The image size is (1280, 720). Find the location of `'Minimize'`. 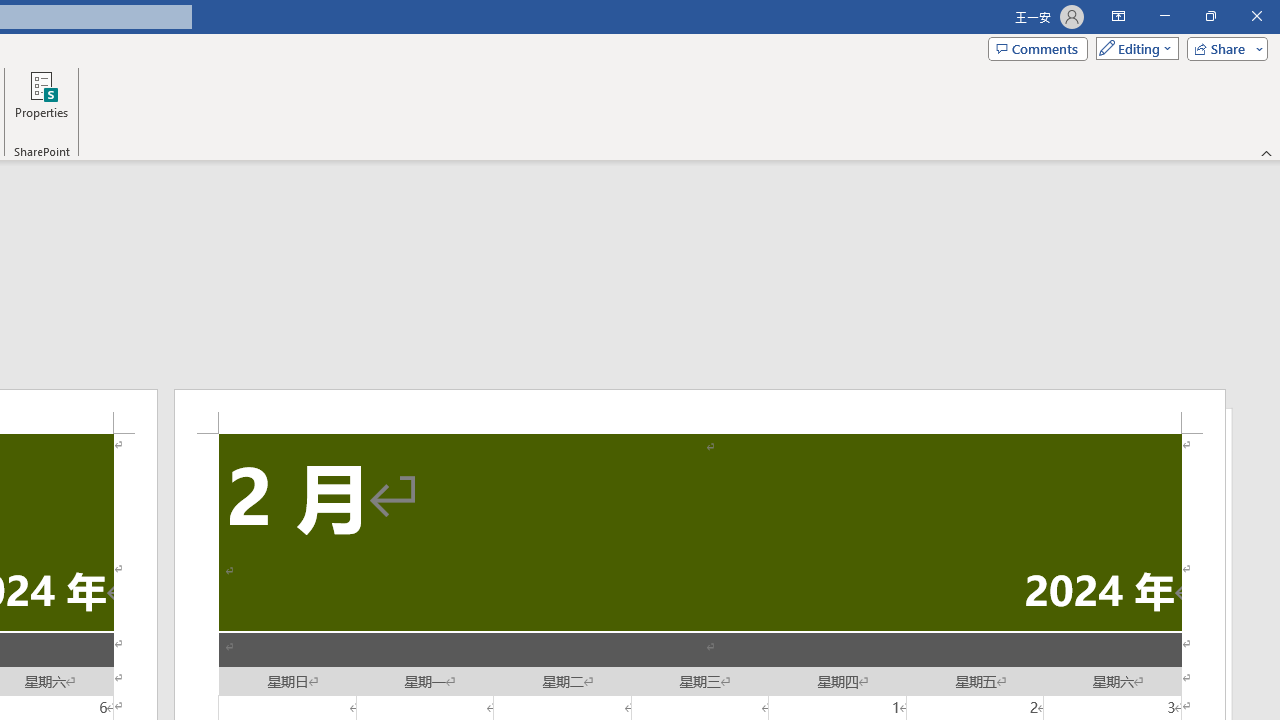

'Minimize' is located at coordinates (1164, 16).